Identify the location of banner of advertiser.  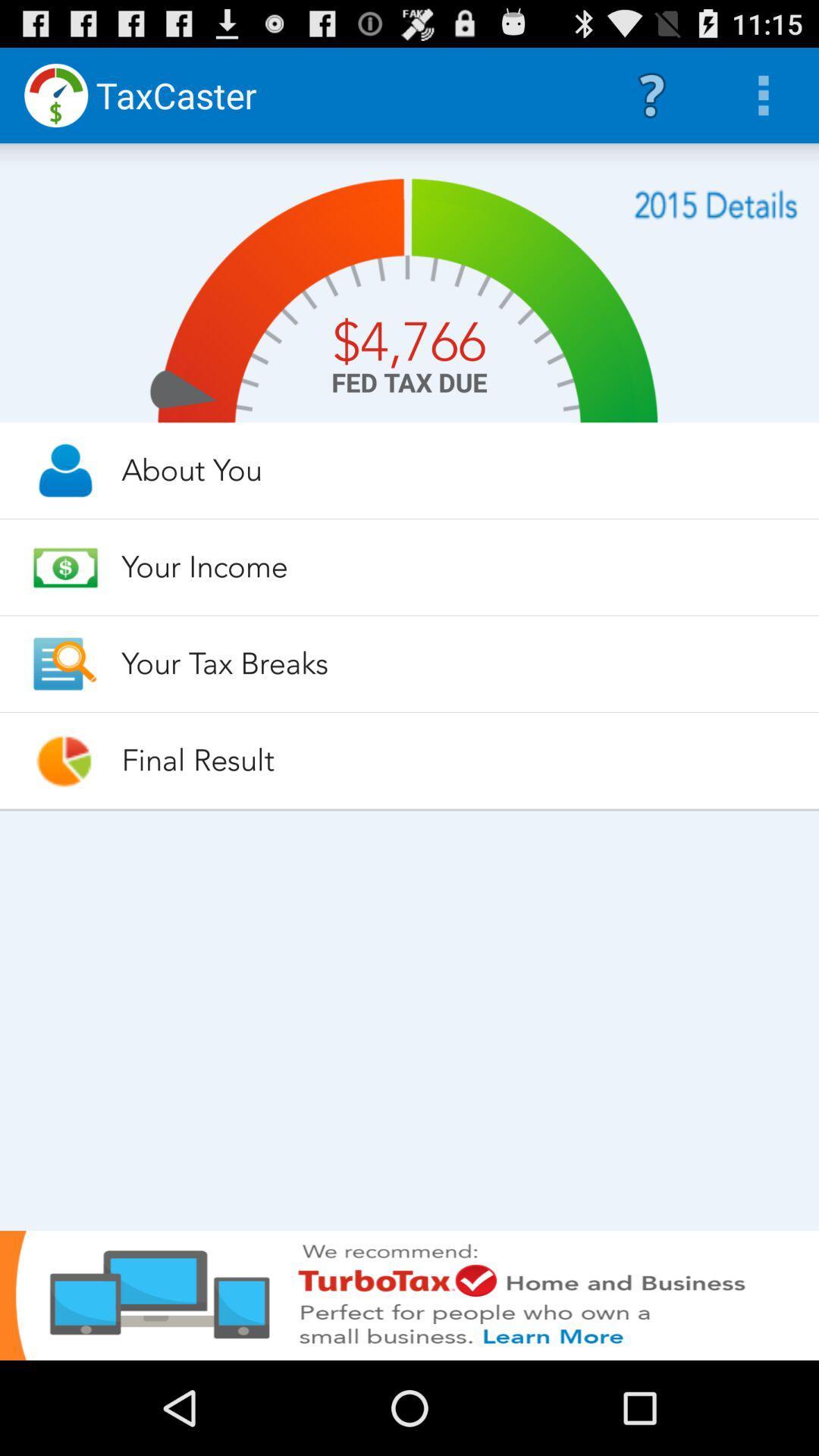
(409, 1294).